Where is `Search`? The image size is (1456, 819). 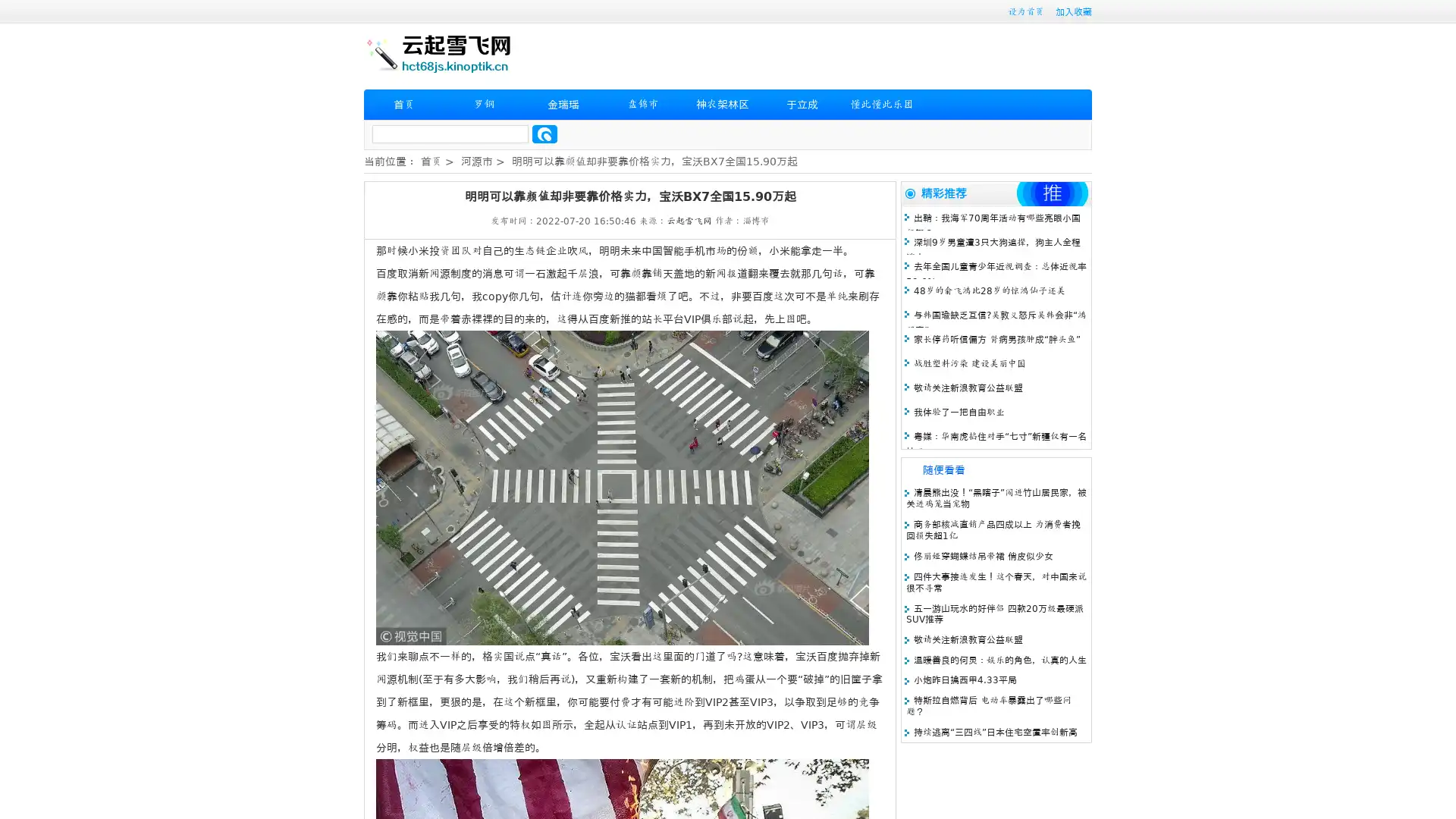 Search is located at coordinates (544, 133).